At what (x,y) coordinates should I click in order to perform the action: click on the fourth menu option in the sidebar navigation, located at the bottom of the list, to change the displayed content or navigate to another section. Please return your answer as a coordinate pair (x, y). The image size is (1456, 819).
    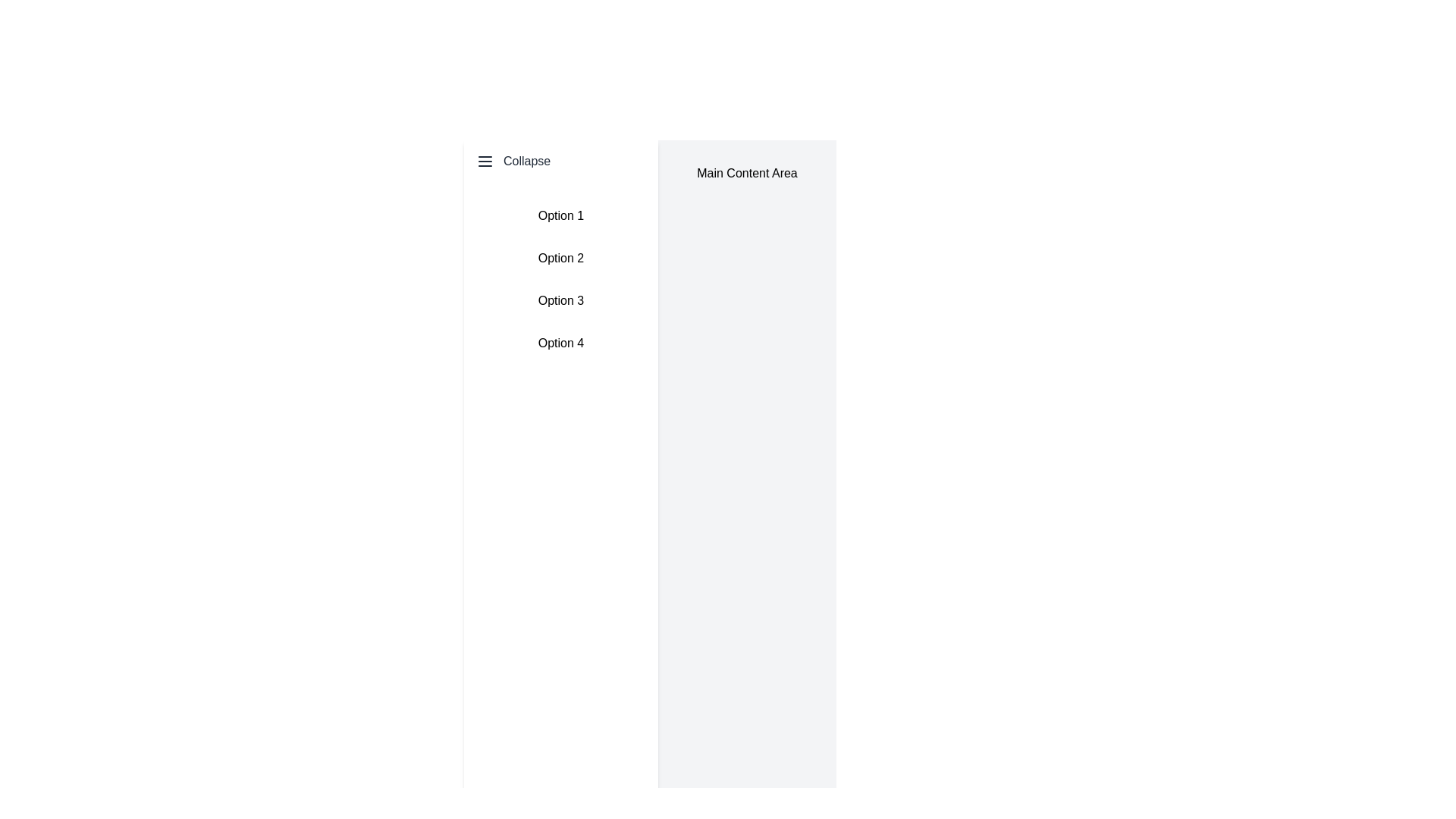
    Looking at the image, I should click on (560, 343).